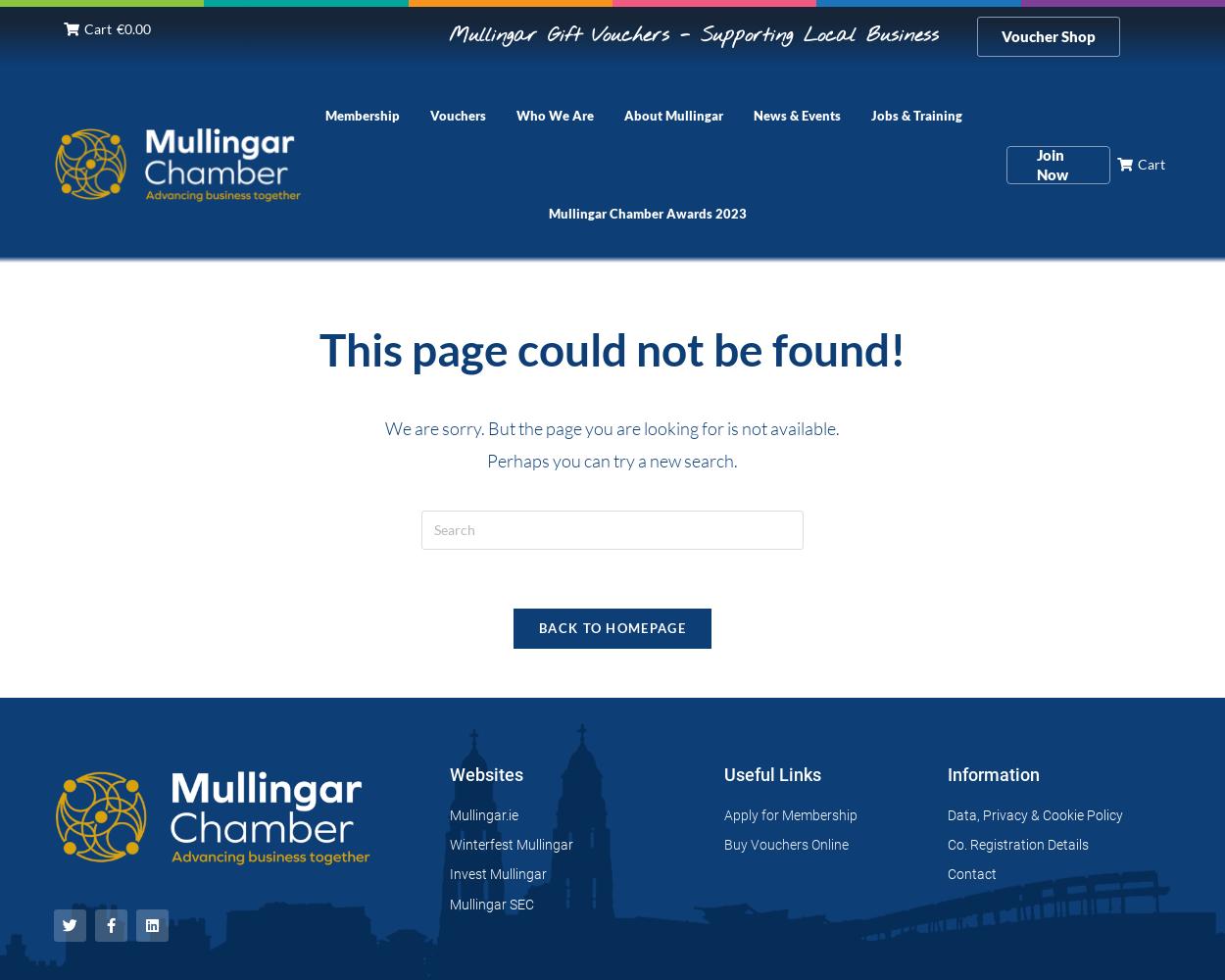 This screenshot has width=1225, height=980. What do you see at coordinates (785, 844) in the screenshot?
I see `'Buy Vouchers Online'` at bounding box center [785, 844].